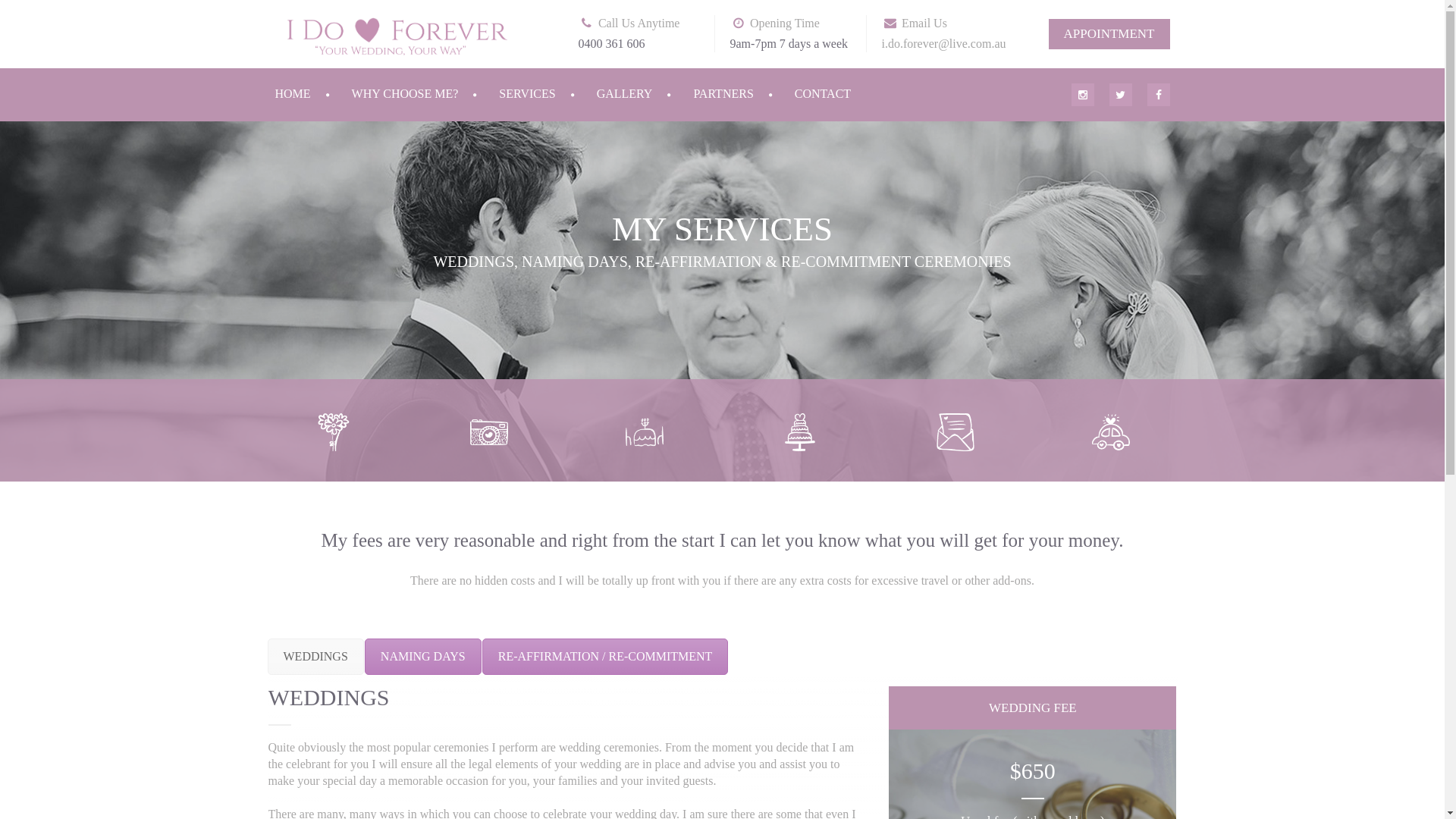  What do you see at coordinates (692, 93) in the screenshot?
I see `'PARTNERS'` at bounding box center [692, 93].